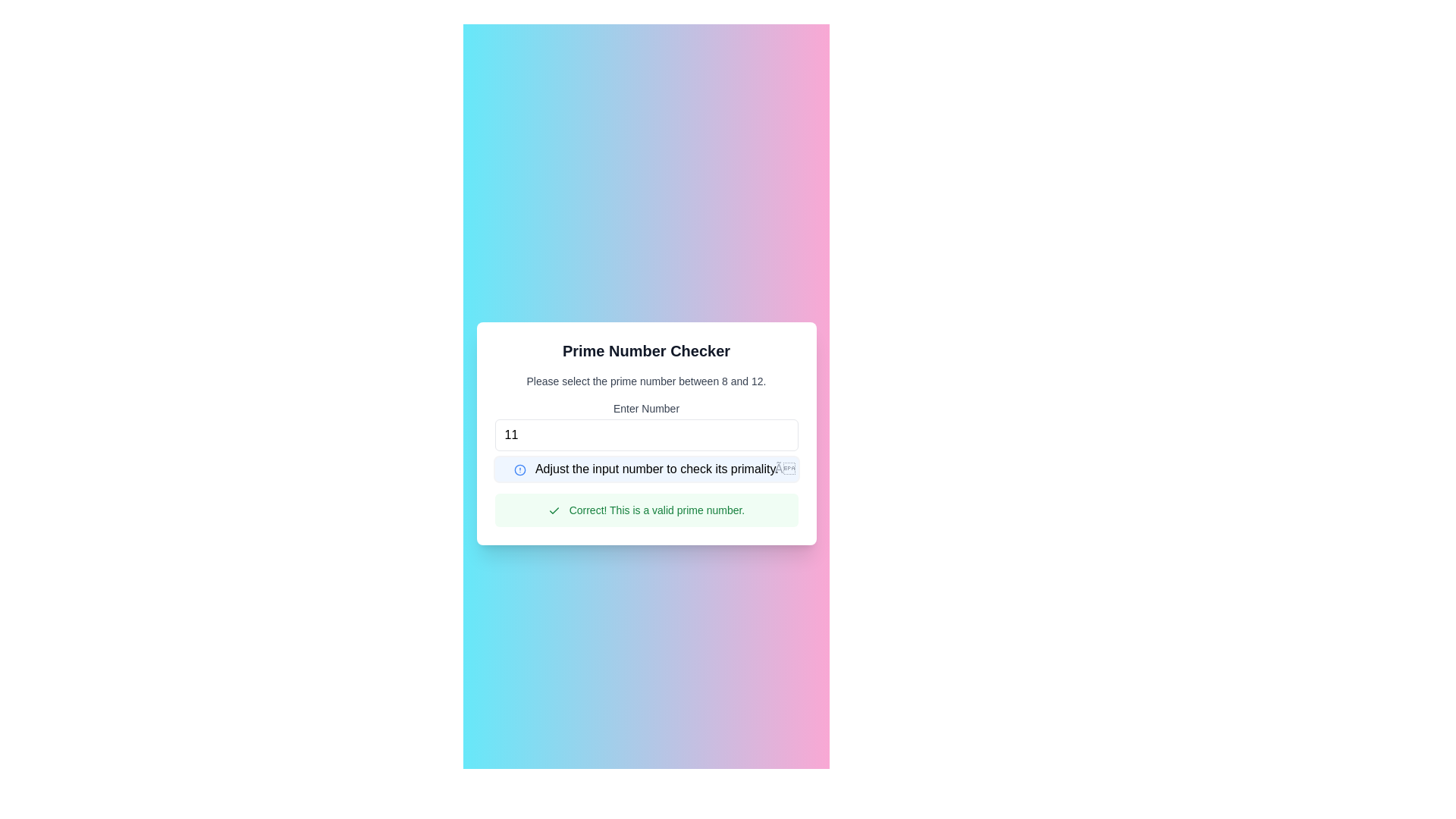 The image size is (1456, 819). Describe the element at coordinates (646, 408) in the screenshot. I see `the descriptive Text Label located above the number input field, which guides users on the information to provide` at that location.